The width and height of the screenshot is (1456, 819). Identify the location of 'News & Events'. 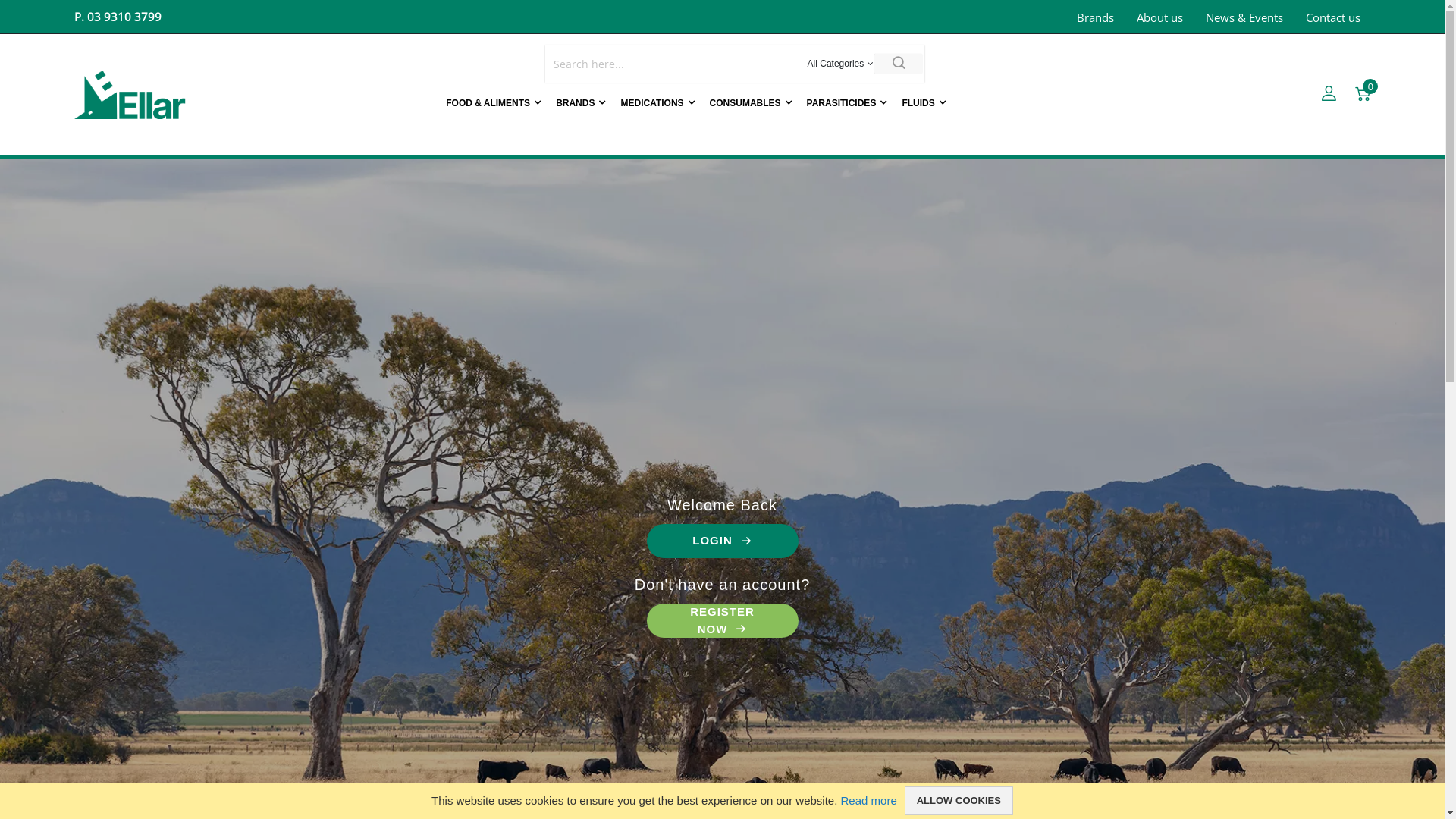
(1244, 17).